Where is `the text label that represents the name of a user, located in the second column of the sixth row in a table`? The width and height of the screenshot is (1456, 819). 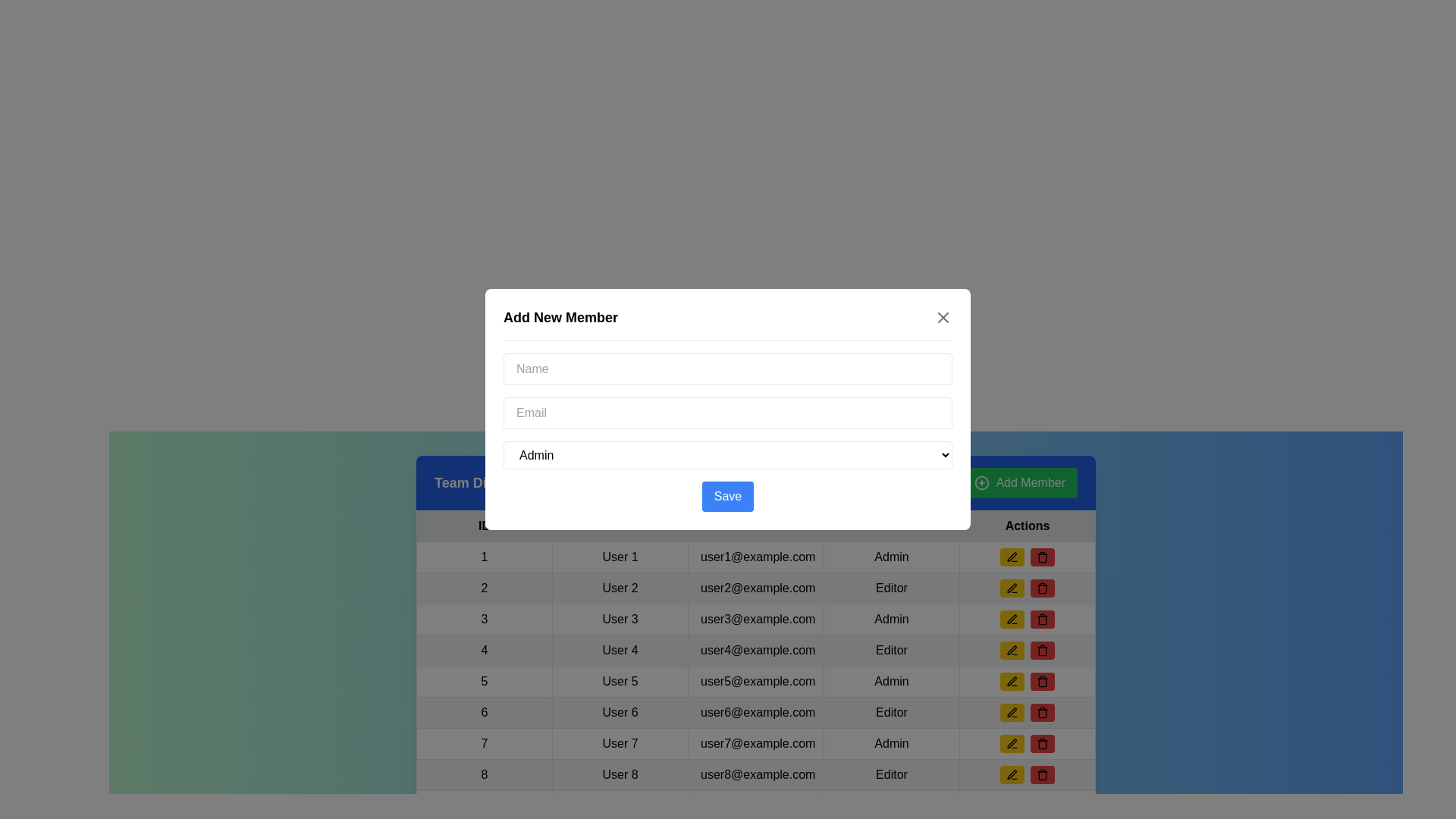 the text label that represents the name of a user, located in the second column of the sixth row in a table is located at coordinates (620, 713).